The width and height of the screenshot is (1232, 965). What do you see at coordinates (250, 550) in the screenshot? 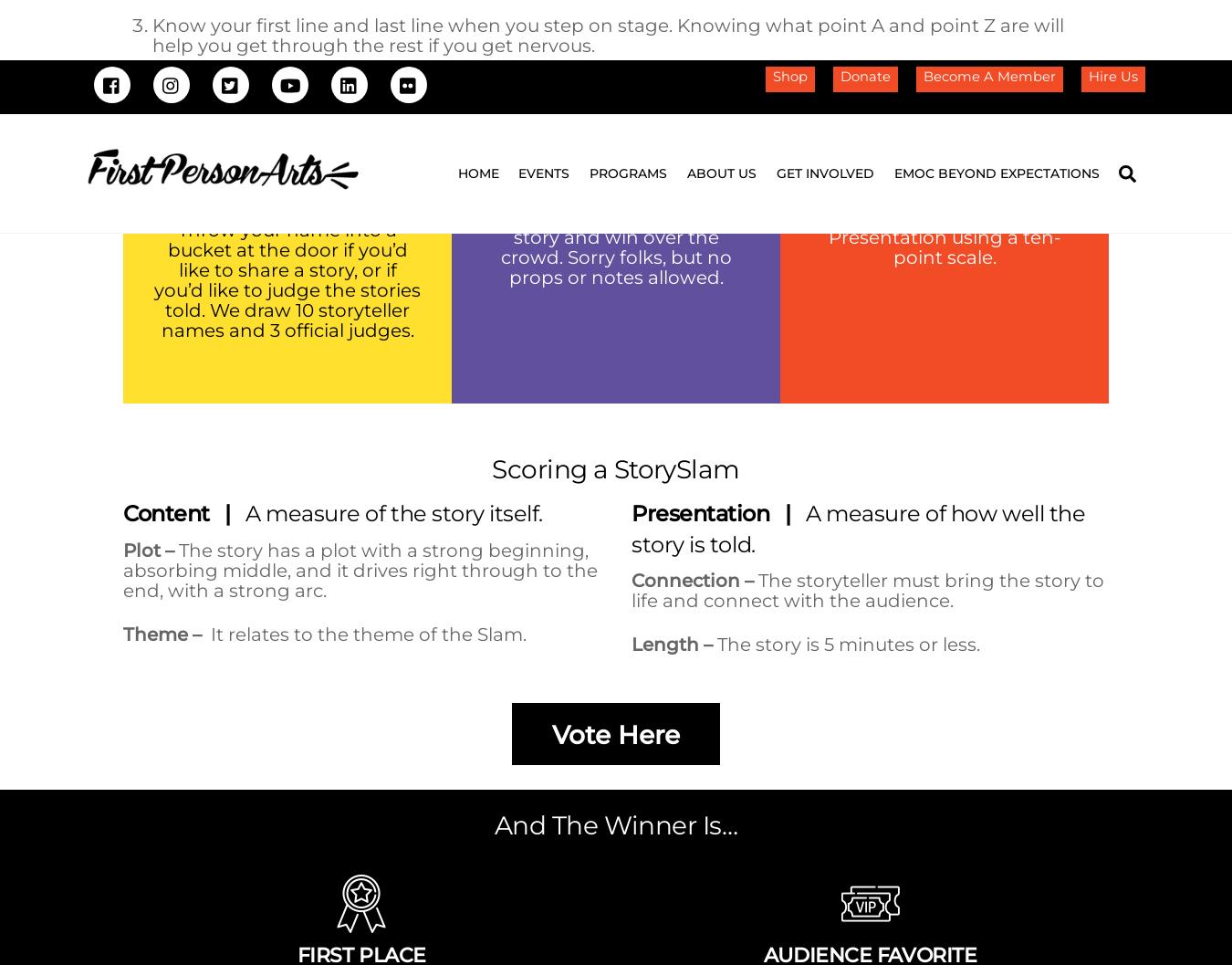
I see `'Info'` at bounding box center [250, 550].